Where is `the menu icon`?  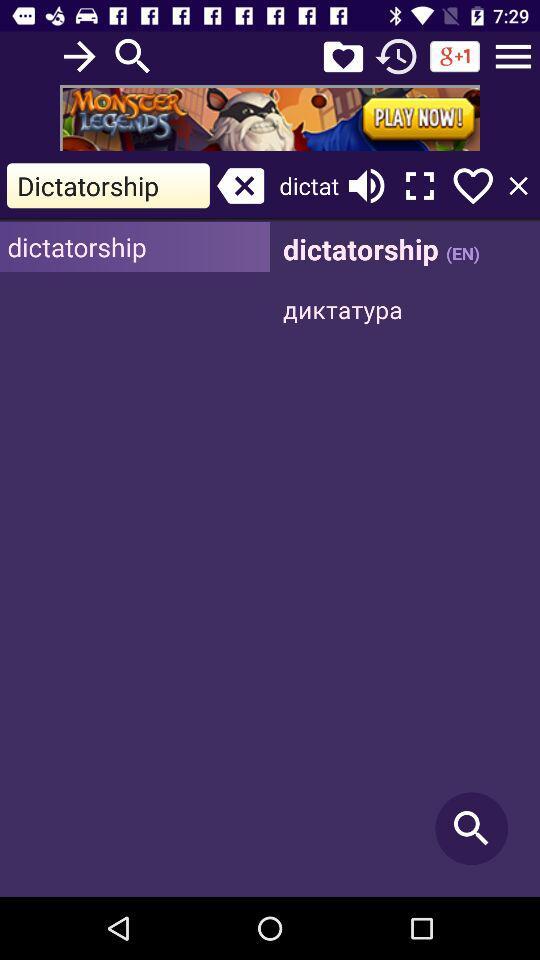
the menu icon is located at coordinates (513, 55).